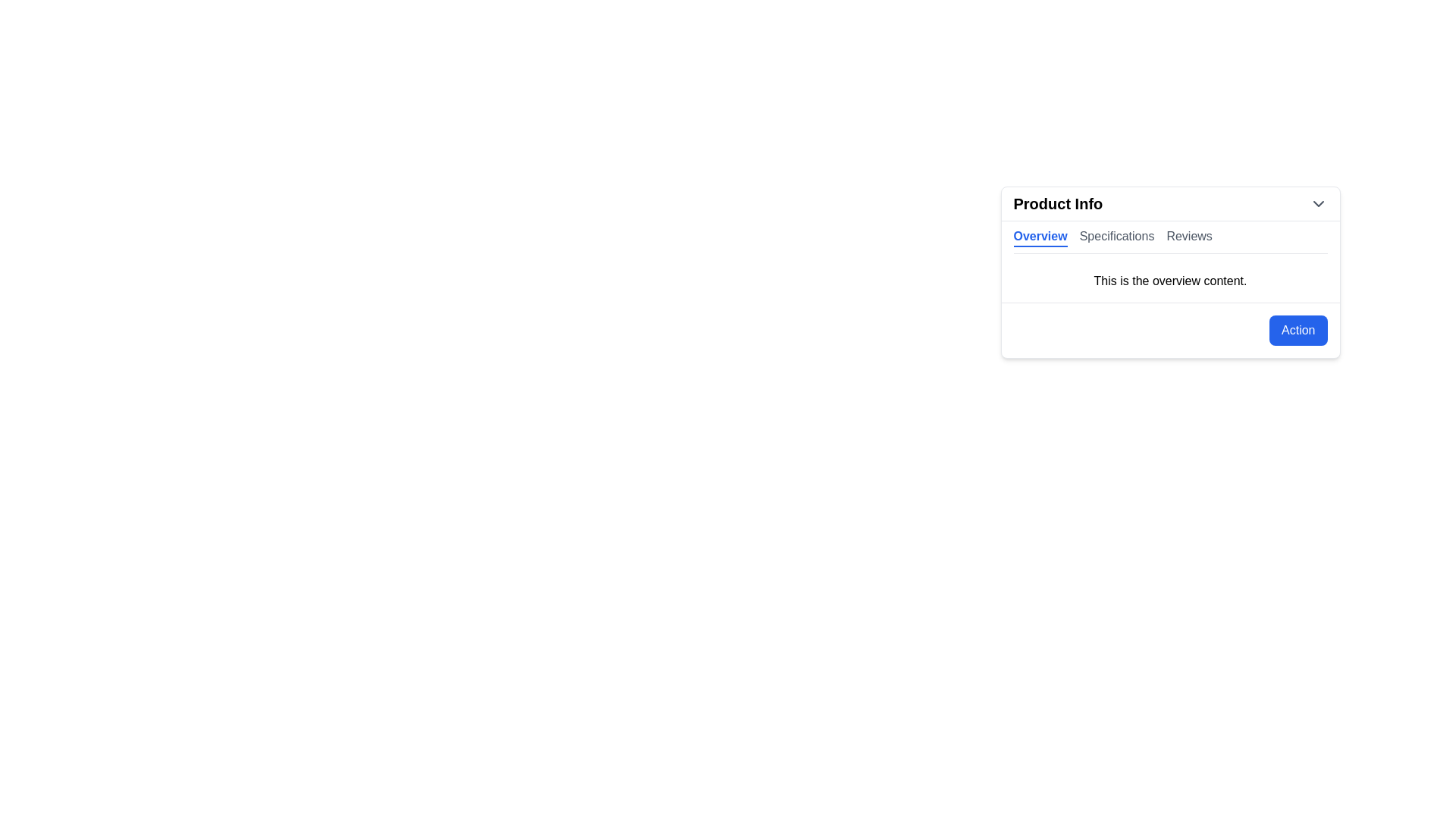 Image resolution: width=1456 pixels, height=819 pixels. I want to click on the action button located at the bottom-right corner of the 'Product Info' box, so click(1298, 329).